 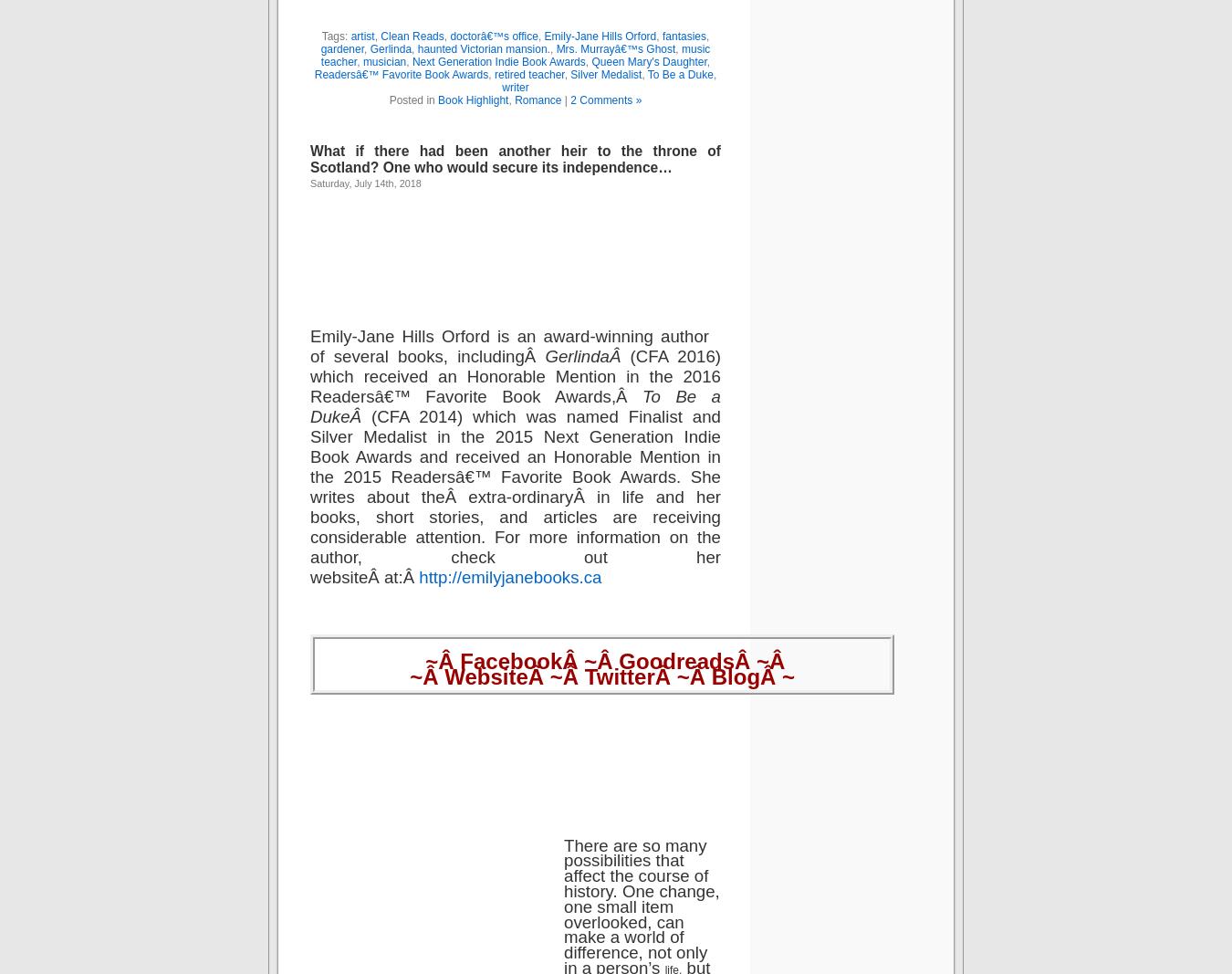 I want to click on 'Mrs. Murrayâ€™s Ghost', so click(x=555, y=47).